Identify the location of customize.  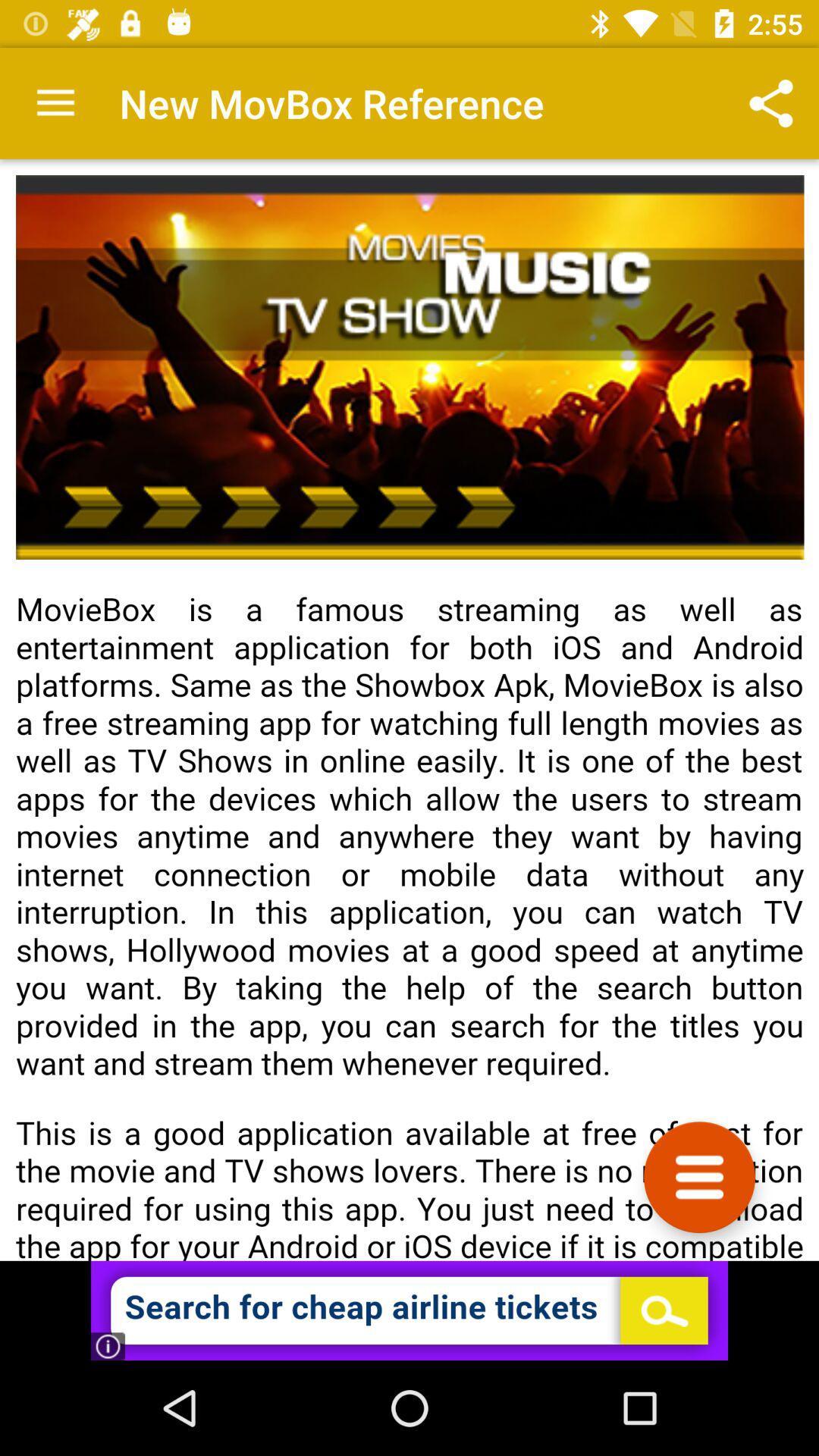
(699, 1176).